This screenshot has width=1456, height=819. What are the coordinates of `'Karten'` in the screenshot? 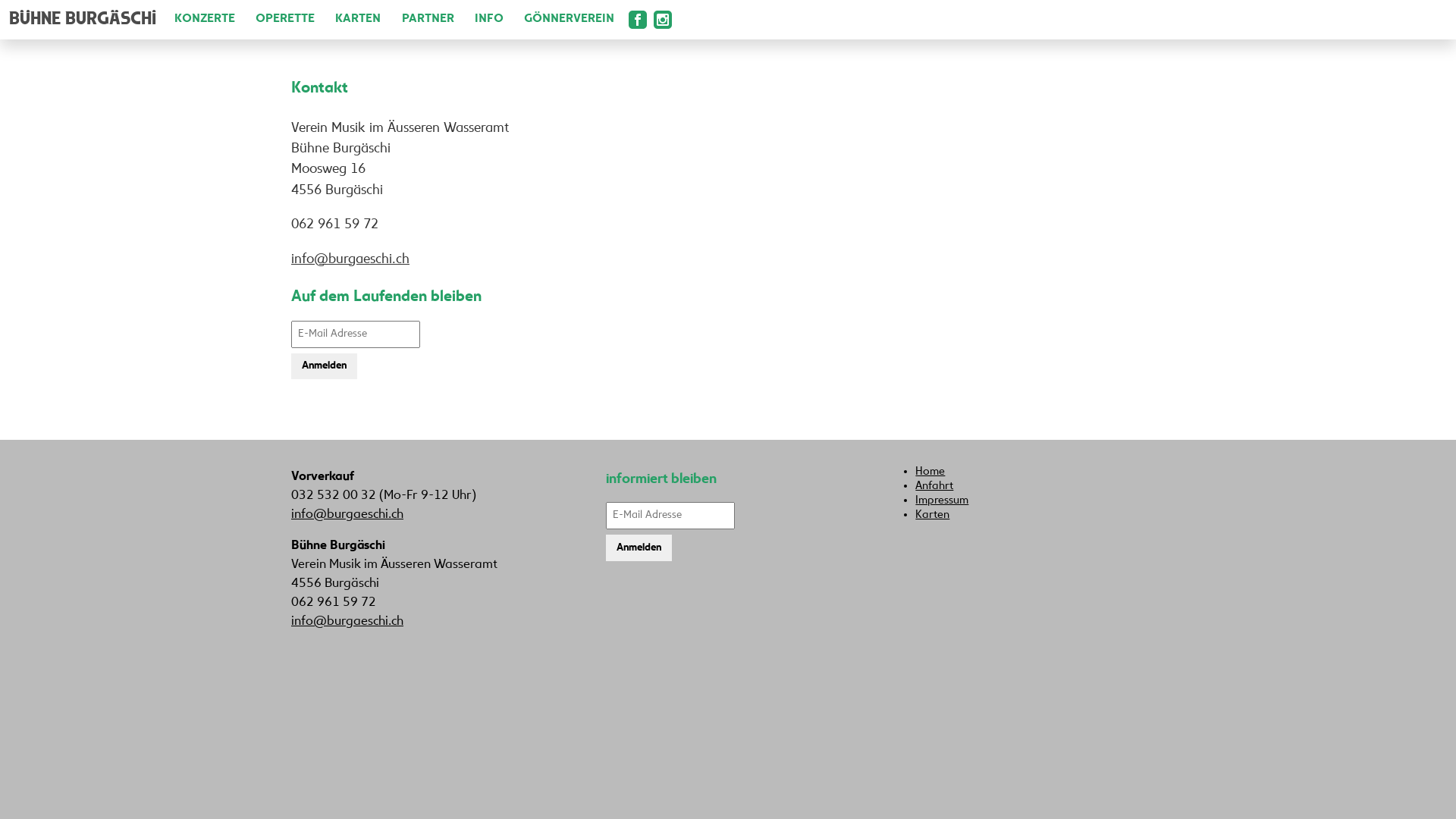 It's located at (931, 513).